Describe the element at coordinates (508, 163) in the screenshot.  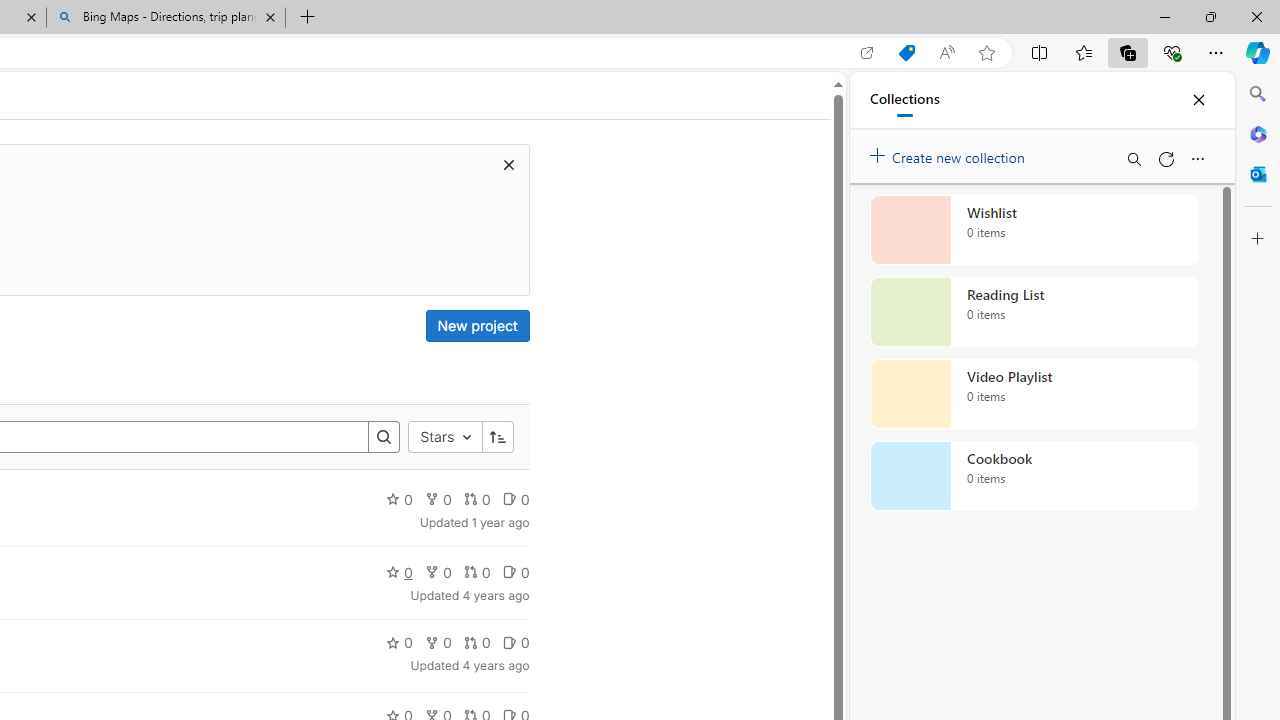
I see `'Class: s16 gl-icon gl-button-icon '` at that location.